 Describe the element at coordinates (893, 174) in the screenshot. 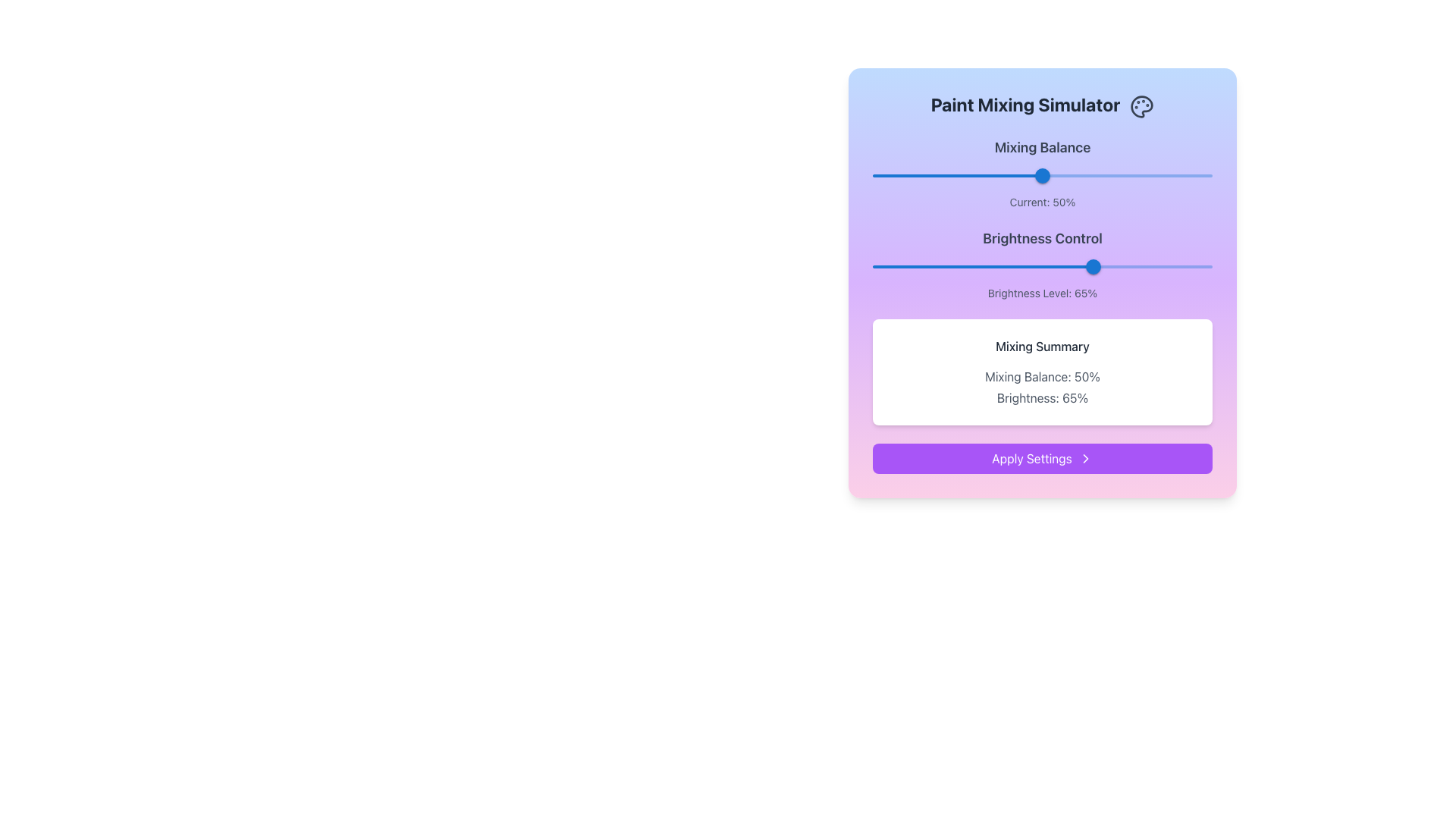

I see `the mixing balance` at that location.